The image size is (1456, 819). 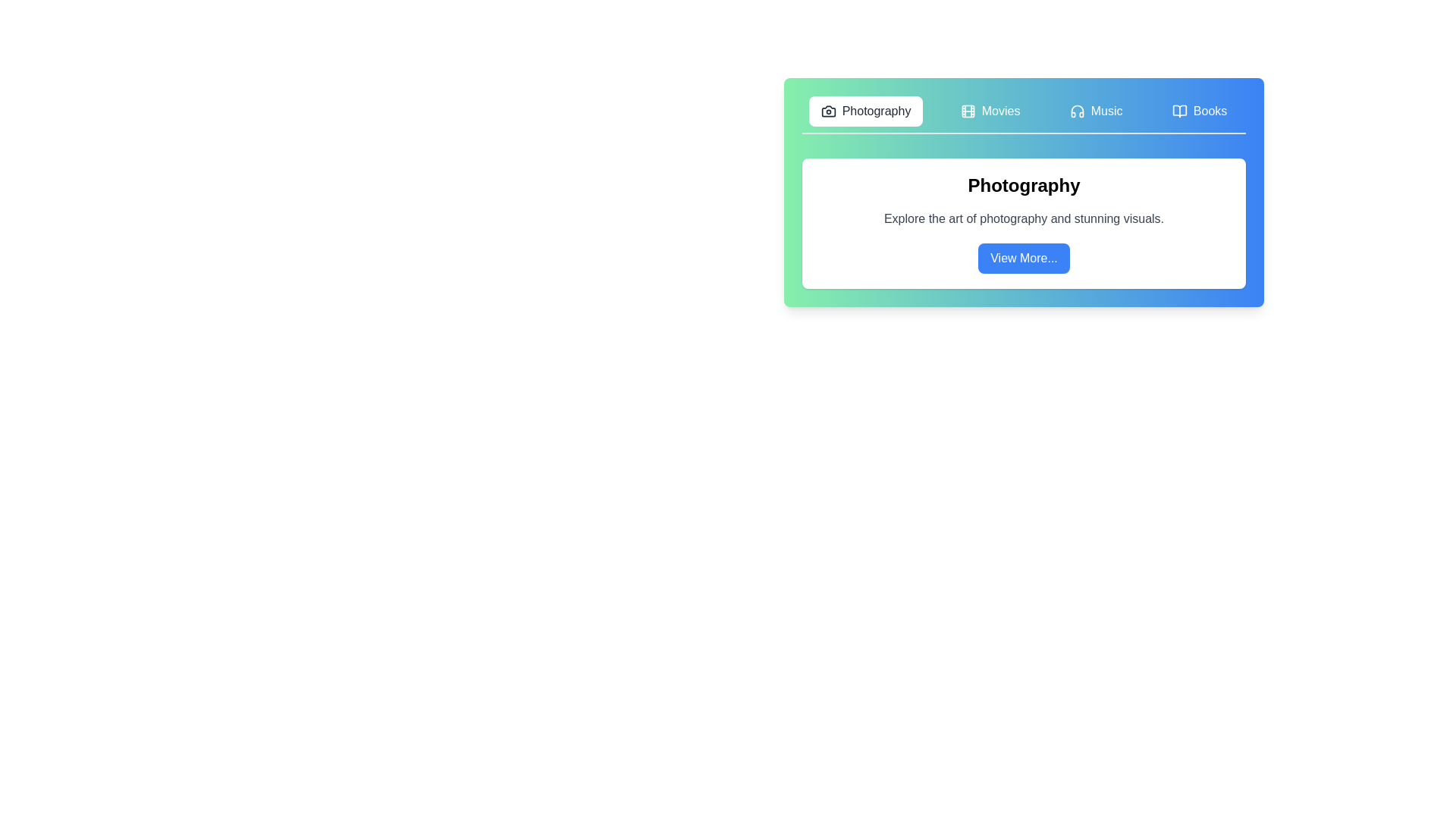 I want to click on the 'View More...' button to explore additional details, so click(x=1024, y=257).